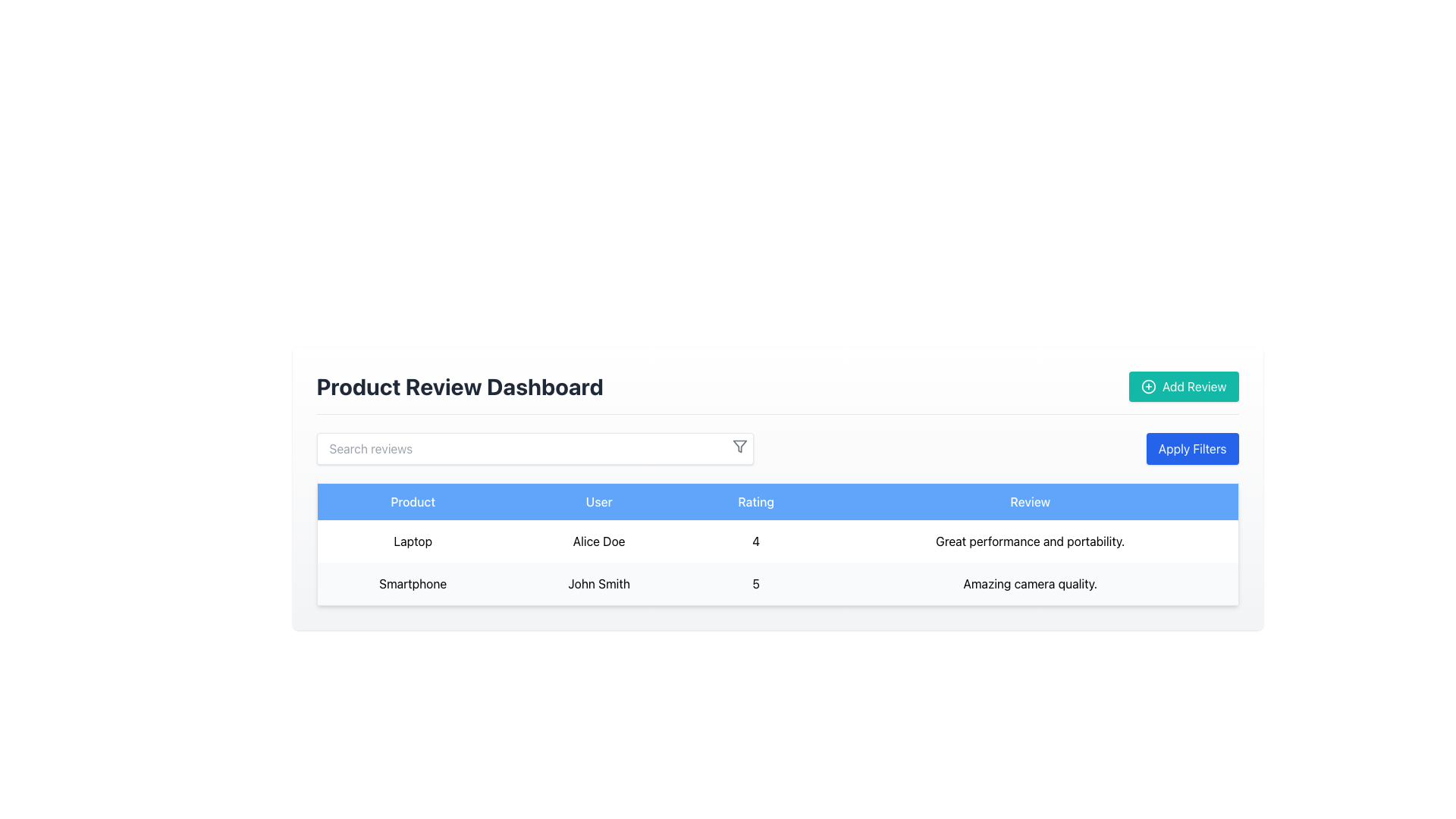 The height and width of the screenshot is (819, 1456). I want to click on the centered text label reading 'Product', which is styled in bold against a light blue background, located in the header section of the table, so click(413, 501).